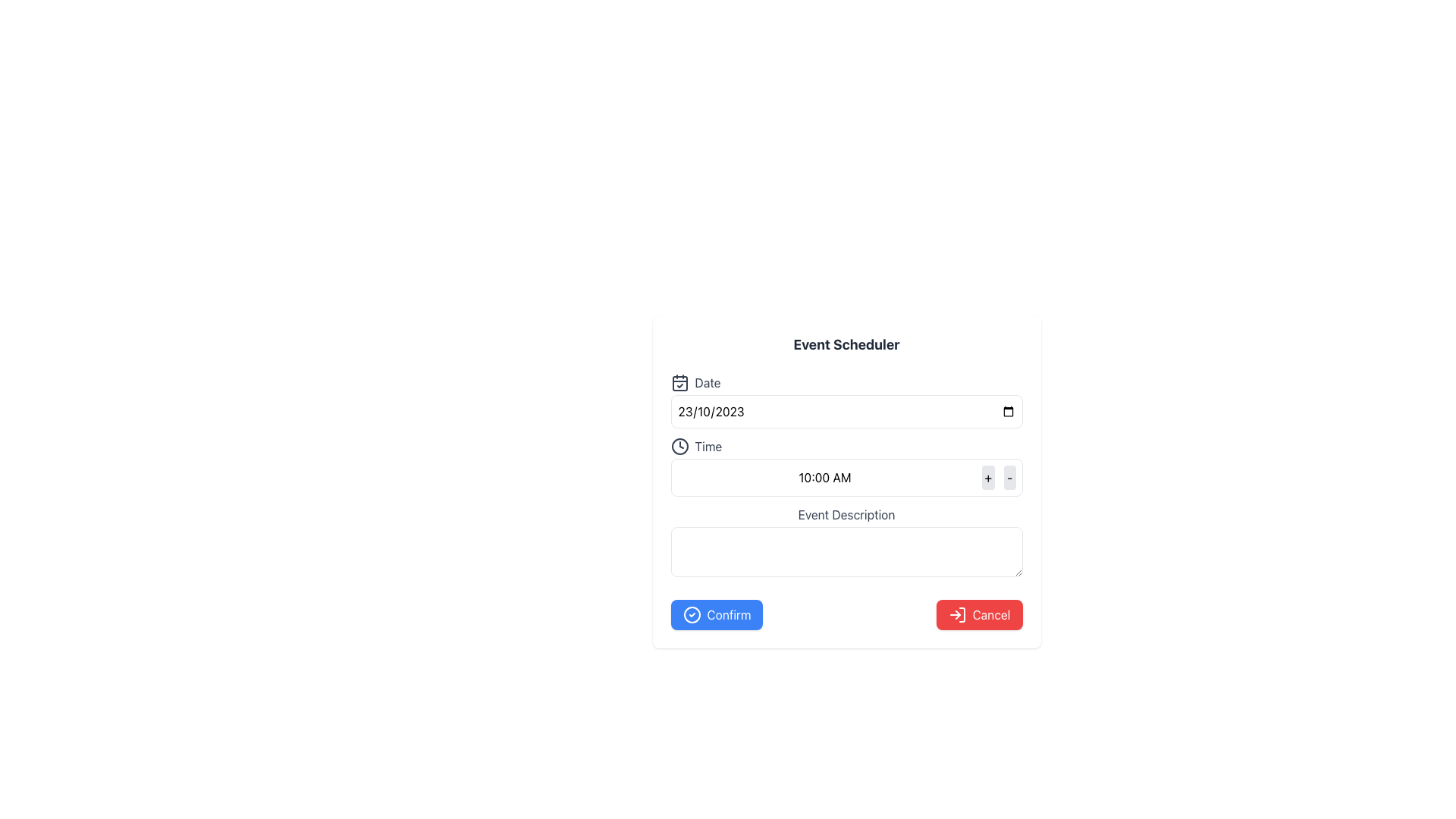  Describe the element at coordinates (956, 614) in the screenshot. I see `the log-out or cancel icon located to the left of the 'Cancel' label in the red button at the bottom-right corner of the form` at that location.